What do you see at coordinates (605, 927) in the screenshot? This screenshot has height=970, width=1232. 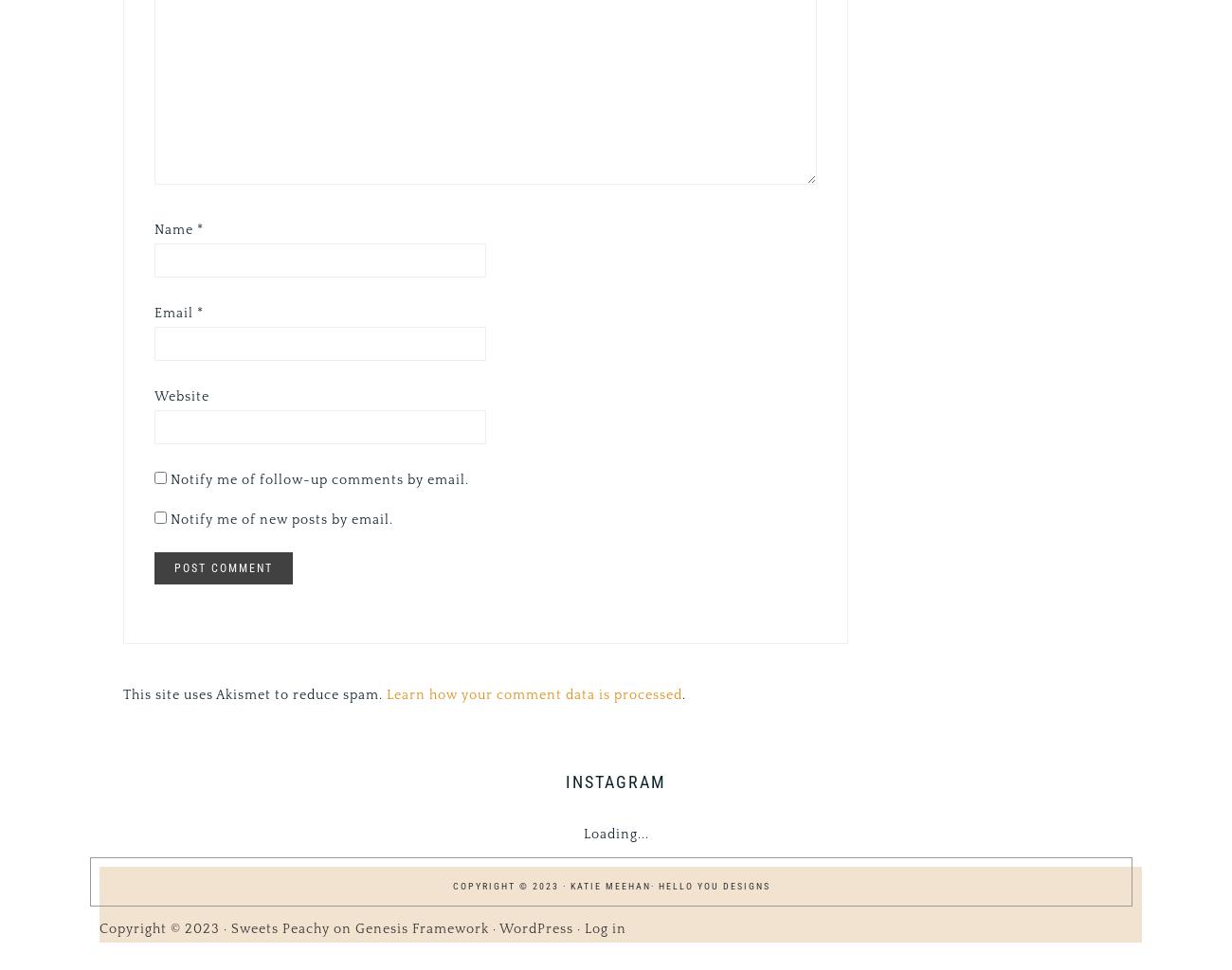 I see `'Log in'` at bounding box center [605, 927].